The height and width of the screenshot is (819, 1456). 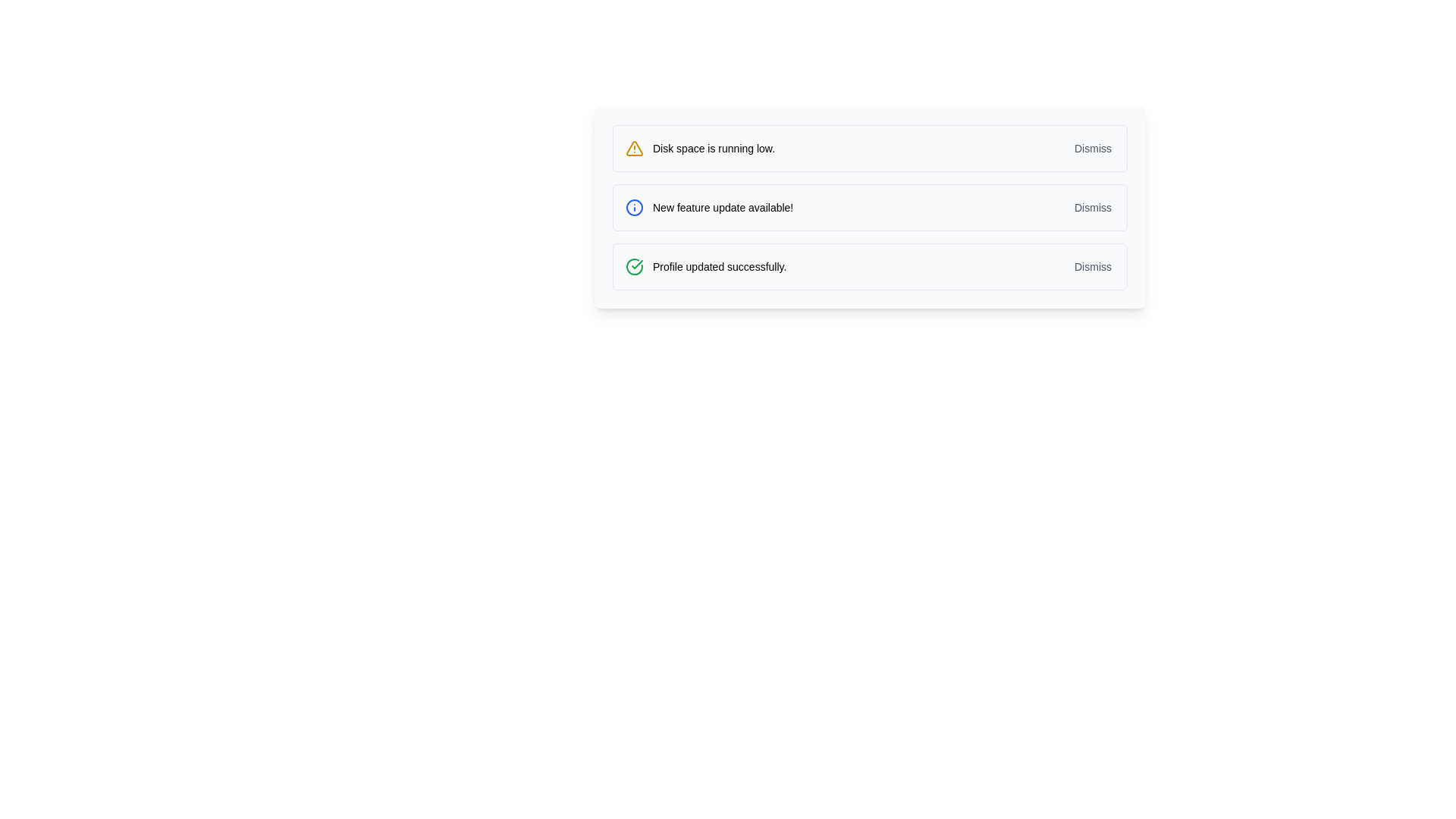 What do you see at coordinates (870, 207) in the screenshot?
I see `notification content of the notification bar that has a blue background and contains the message 'New feature update available!'` at bounding box center [870, 207].